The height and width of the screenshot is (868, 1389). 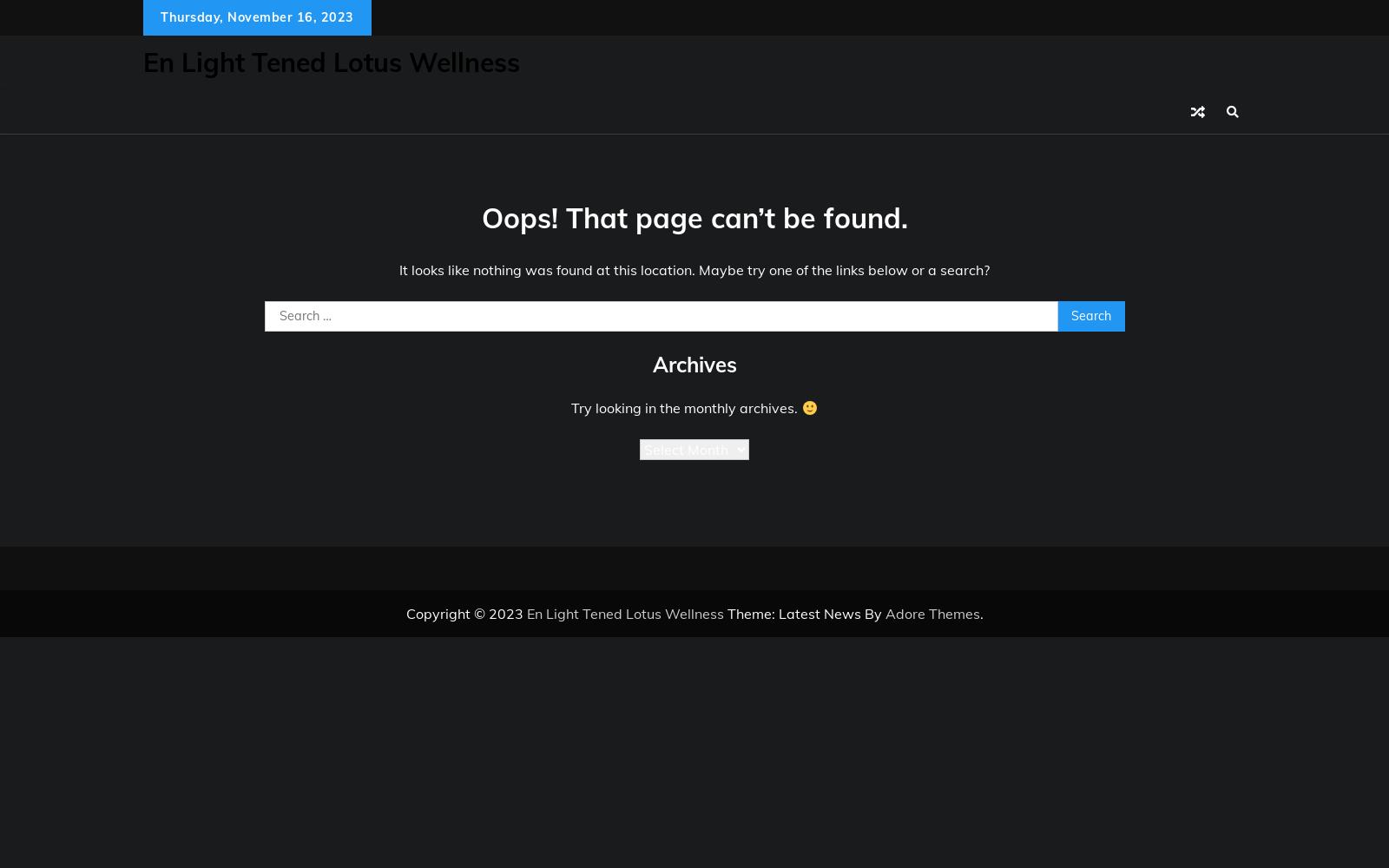 I want to click on 'Oops! That page can’t be found.', so click(x=694, y=217).